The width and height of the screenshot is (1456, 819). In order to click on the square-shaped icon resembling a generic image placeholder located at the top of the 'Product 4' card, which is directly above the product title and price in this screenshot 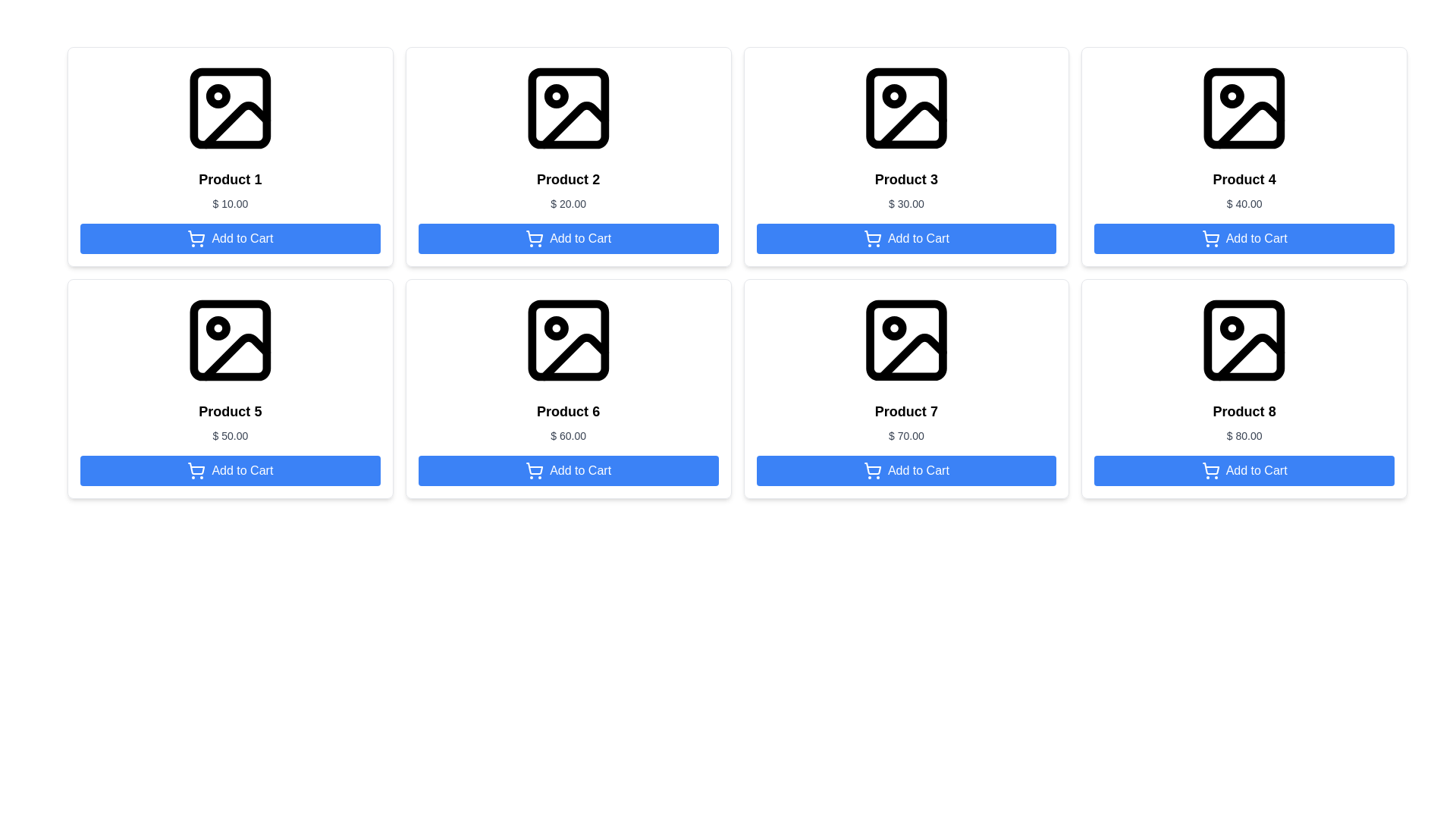, I will do `click(1244, 107)`.